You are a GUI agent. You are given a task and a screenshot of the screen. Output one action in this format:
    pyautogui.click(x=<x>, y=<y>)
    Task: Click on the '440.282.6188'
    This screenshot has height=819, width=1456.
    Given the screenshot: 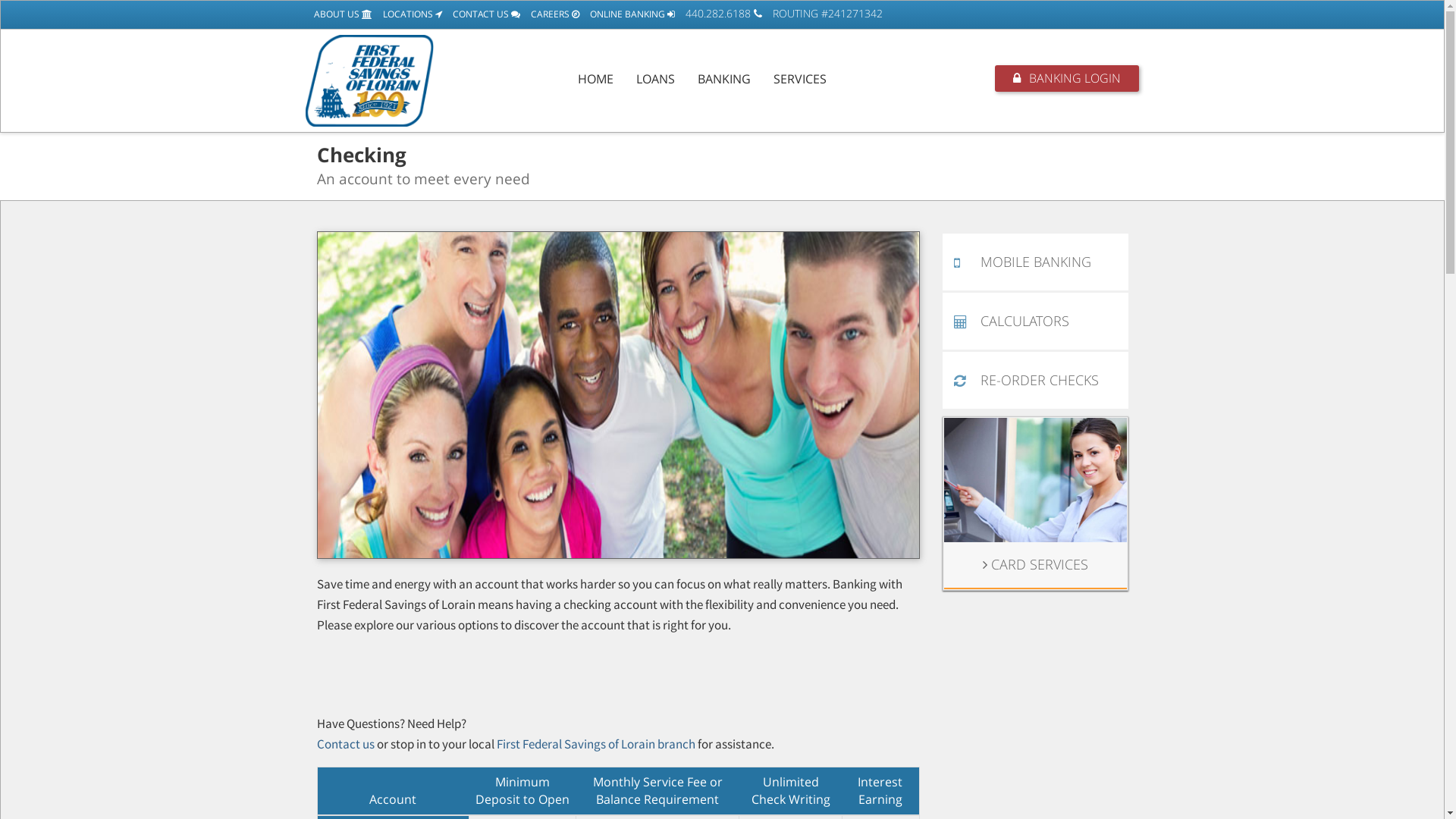 What is the action you would take?
    pyautogui.click(x=718, y=13)
    